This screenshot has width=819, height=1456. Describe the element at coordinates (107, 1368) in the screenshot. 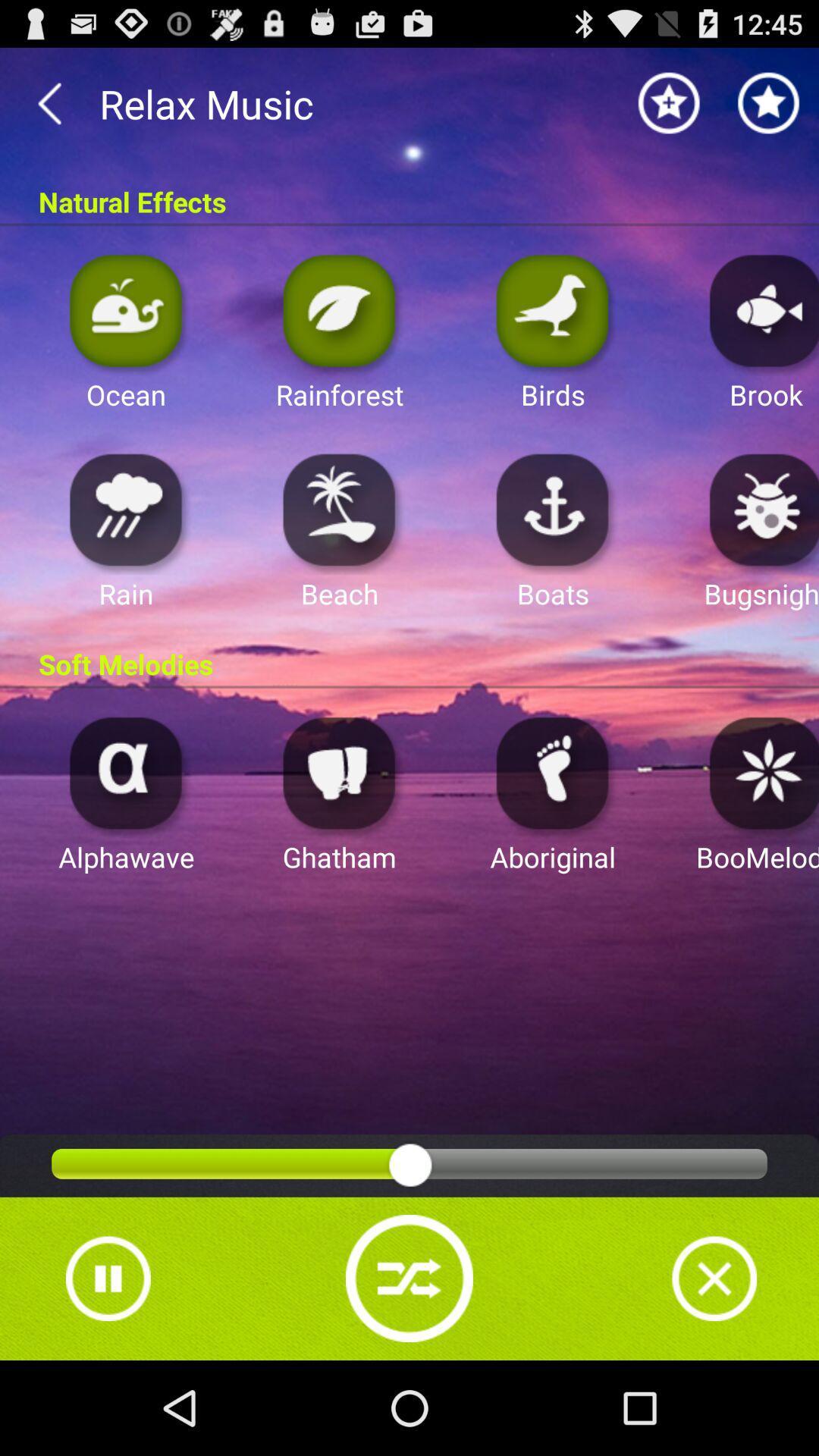

I see `the pause icon` at that location.